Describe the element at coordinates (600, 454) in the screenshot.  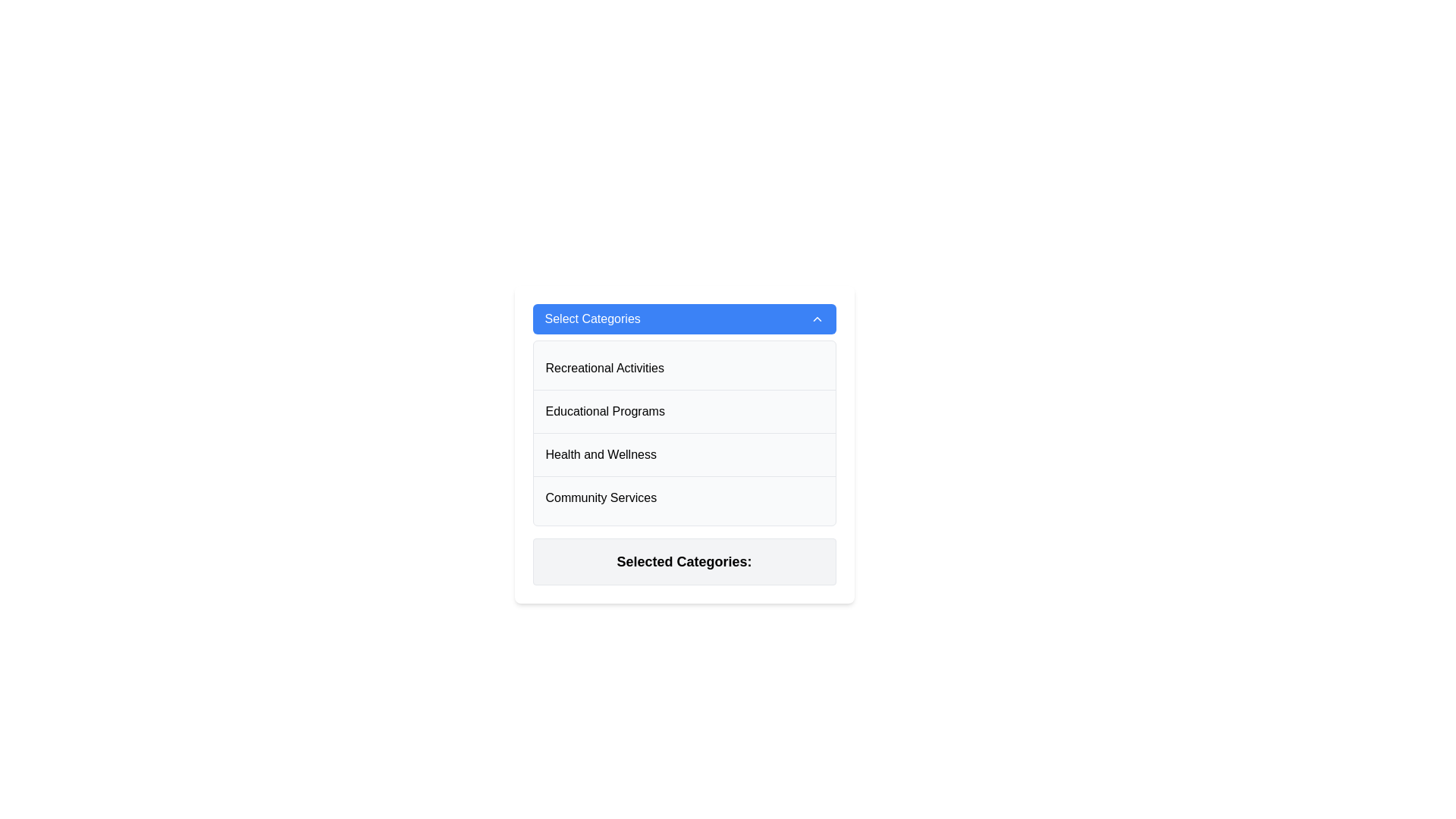
I see `the 'Health and Wellness' text element in the dropdown list for interaction feedback` at that location.